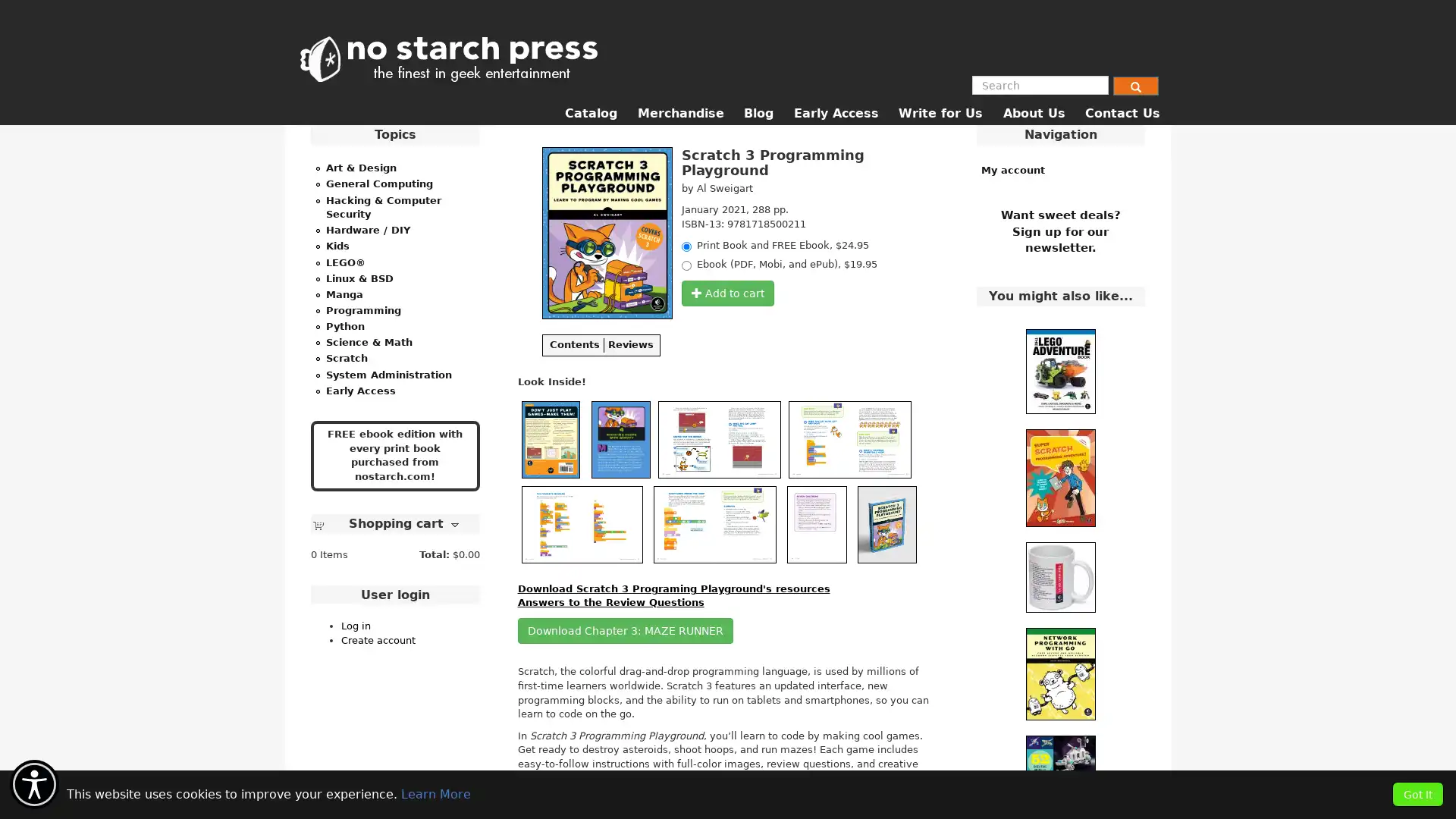  What do you see at coordinates (726, 293) in the screenshot?
I see `Add to cart` at bounding box center [726, 293].